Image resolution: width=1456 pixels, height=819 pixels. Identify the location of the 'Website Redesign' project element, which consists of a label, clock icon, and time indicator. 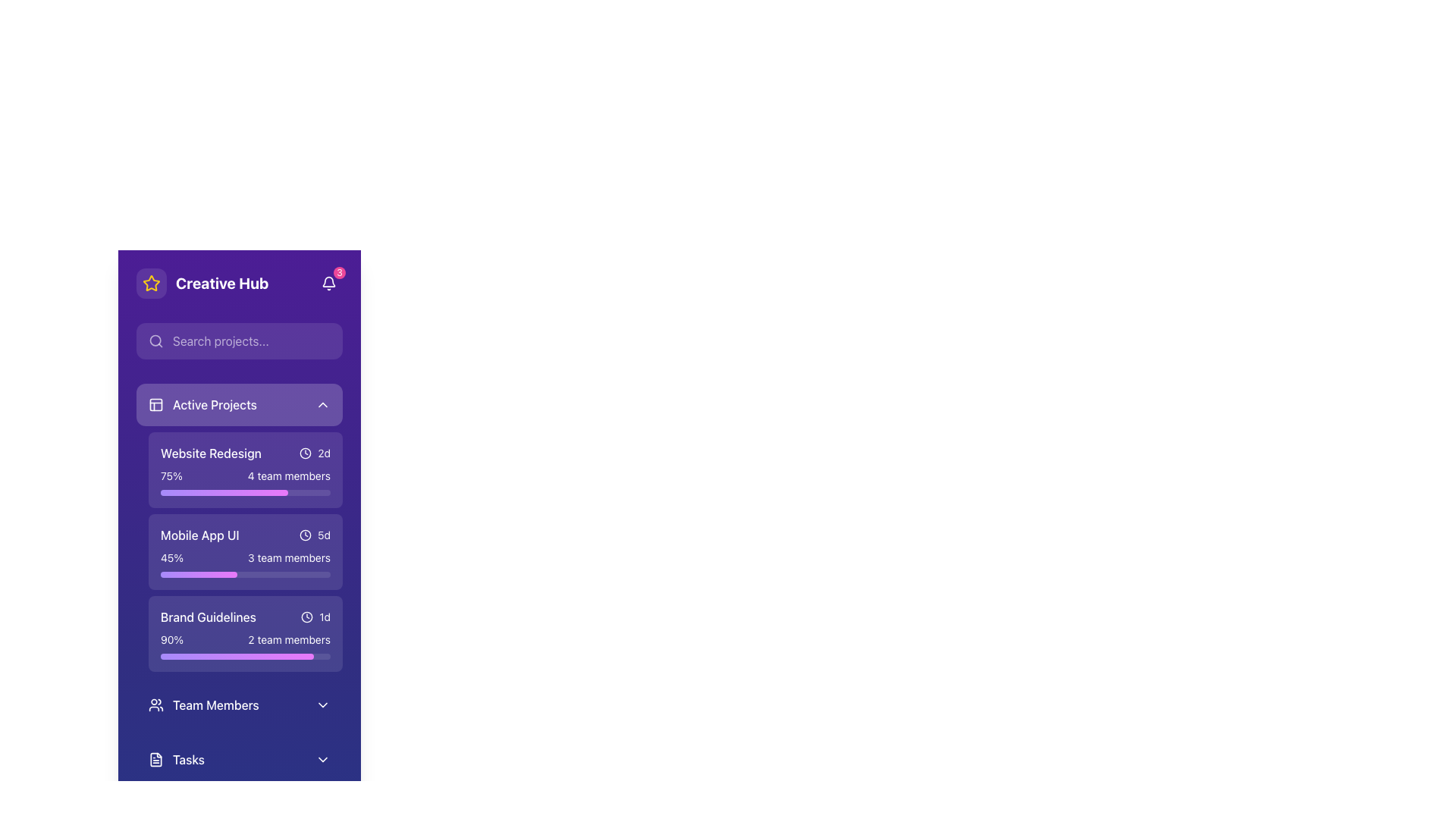
(246, 452).